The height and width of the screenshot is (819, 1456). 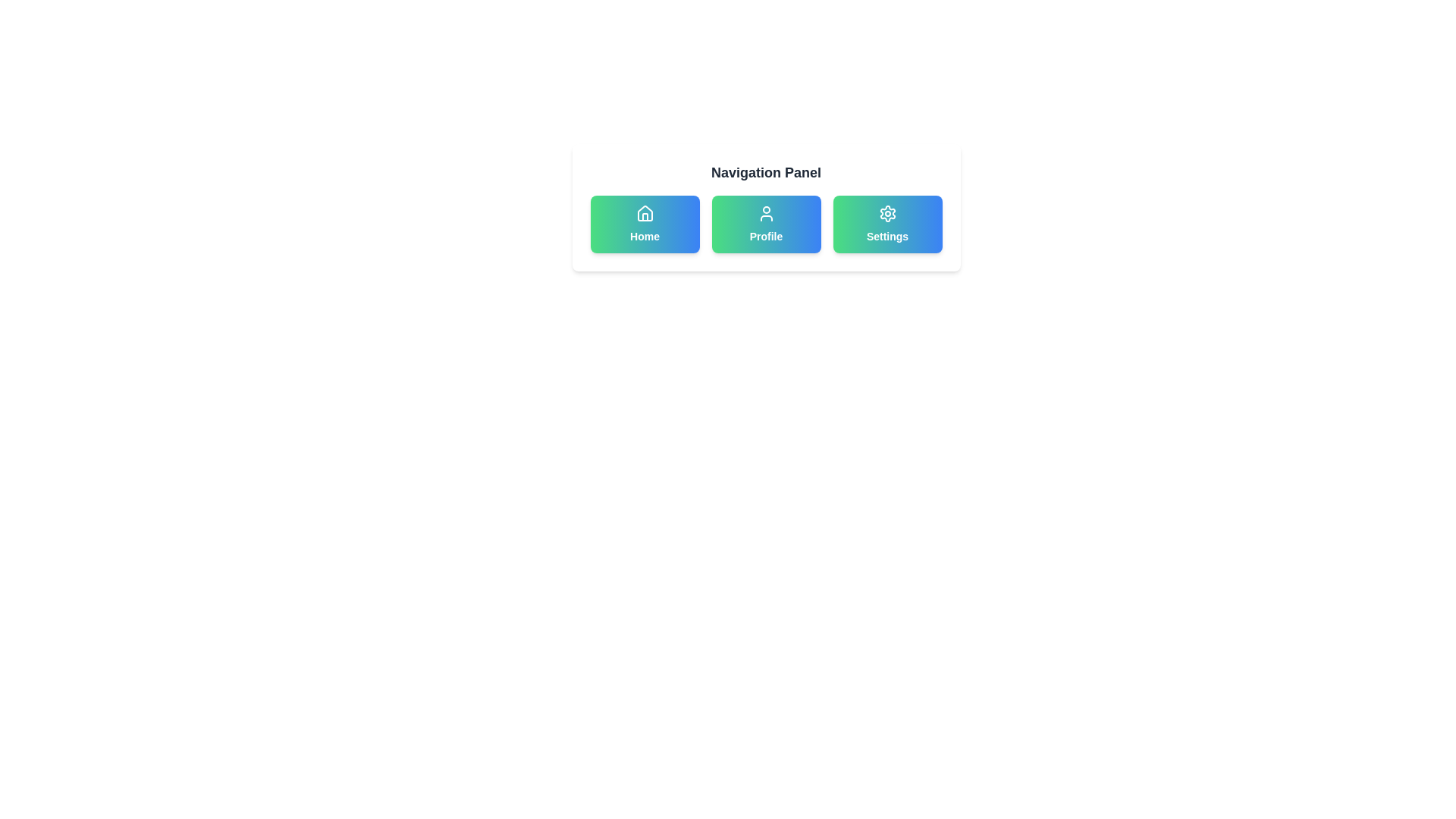 I want to click on the rectangular 'Profile' button with a gradient background transitioning from green to blue, located between the 'Home' and 'Settings' buttons, so click(x=766, y=224).